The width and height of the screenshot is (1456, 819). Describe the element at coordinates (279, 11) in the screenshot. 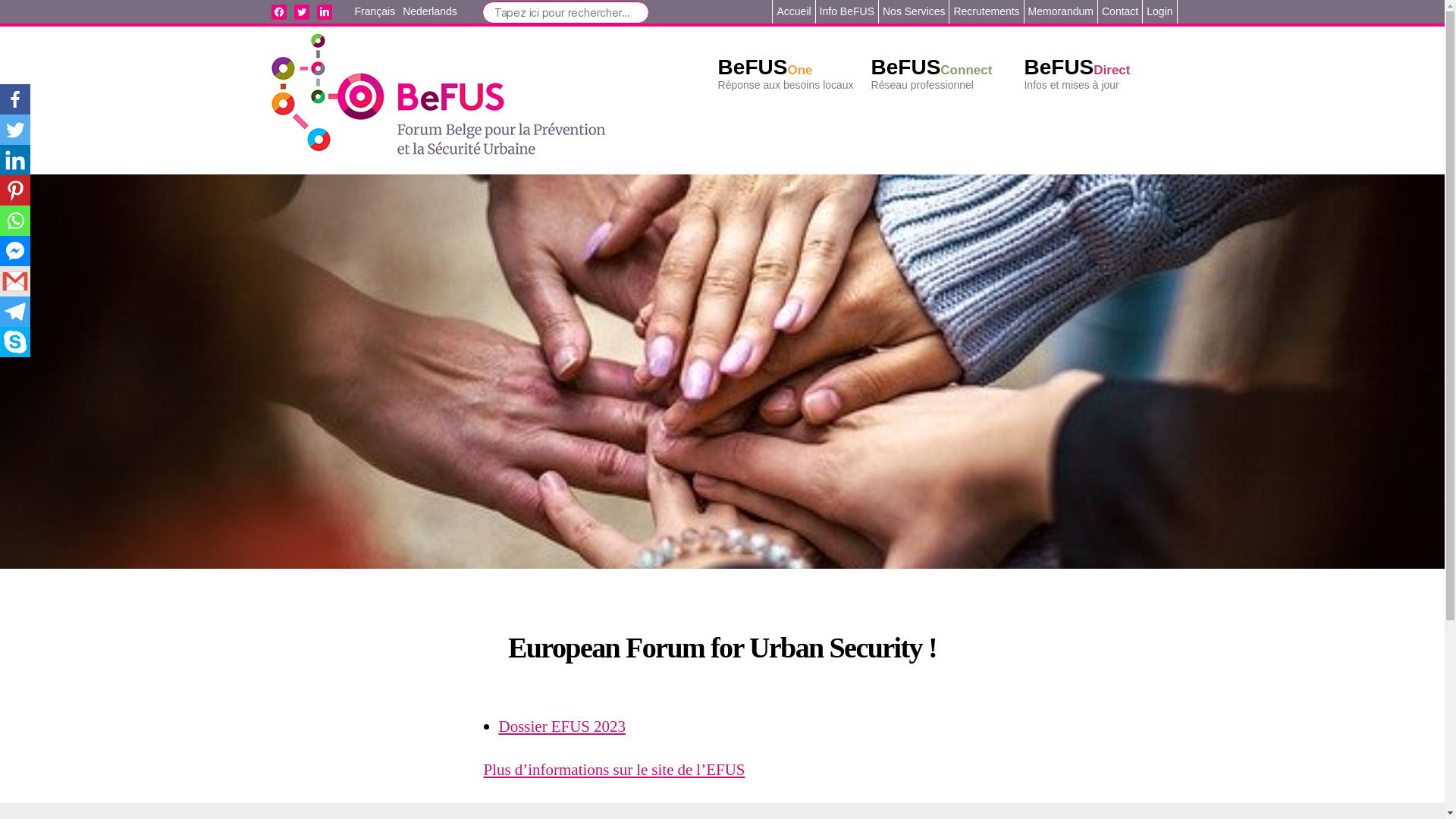

I see `'facebook'` at that location.